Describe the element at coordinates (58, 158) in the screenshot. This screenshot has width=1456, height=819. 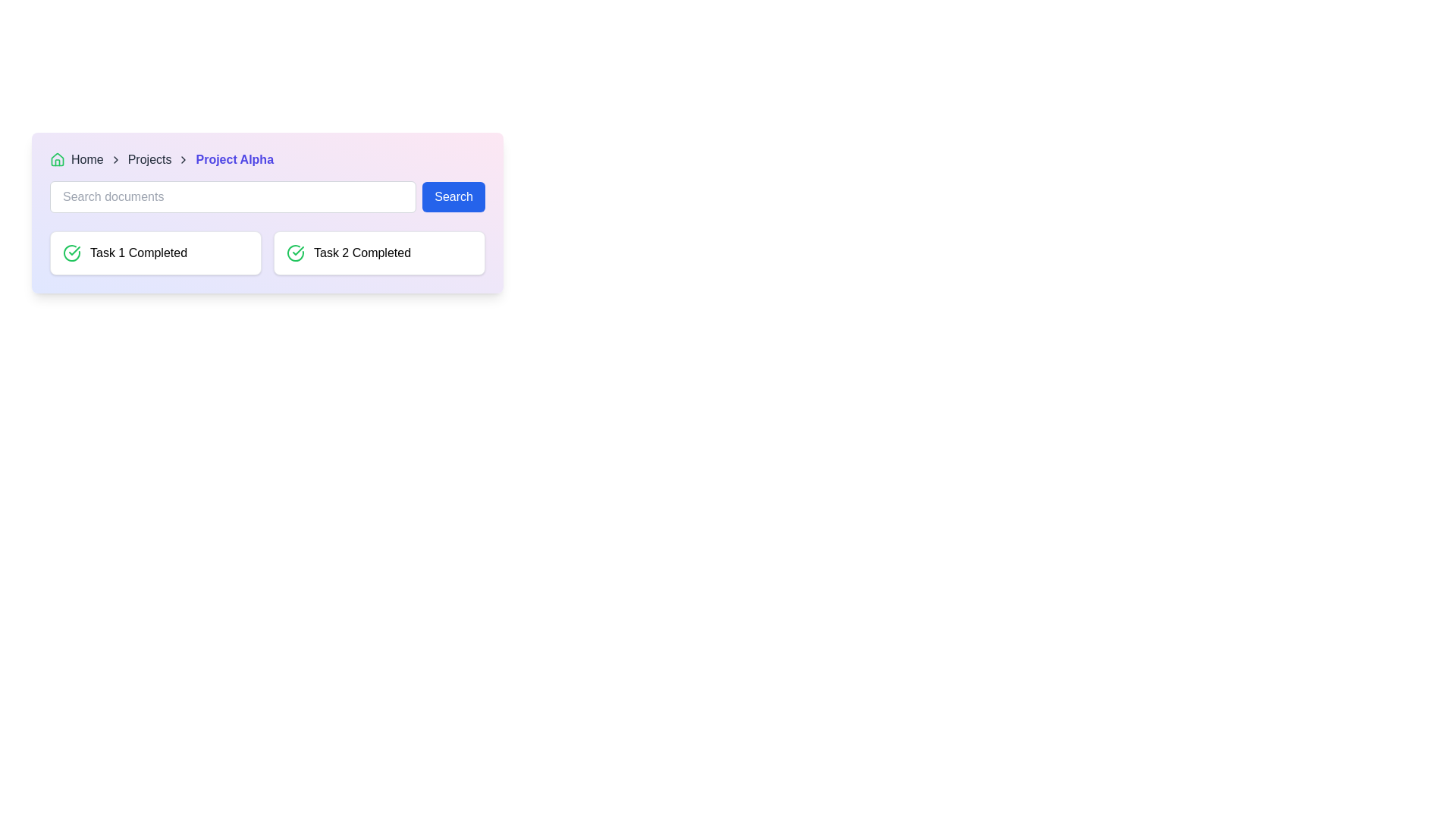
I see `the 'Home' icon located in the leftmost segment of the navigation bar, which serves` at that location.